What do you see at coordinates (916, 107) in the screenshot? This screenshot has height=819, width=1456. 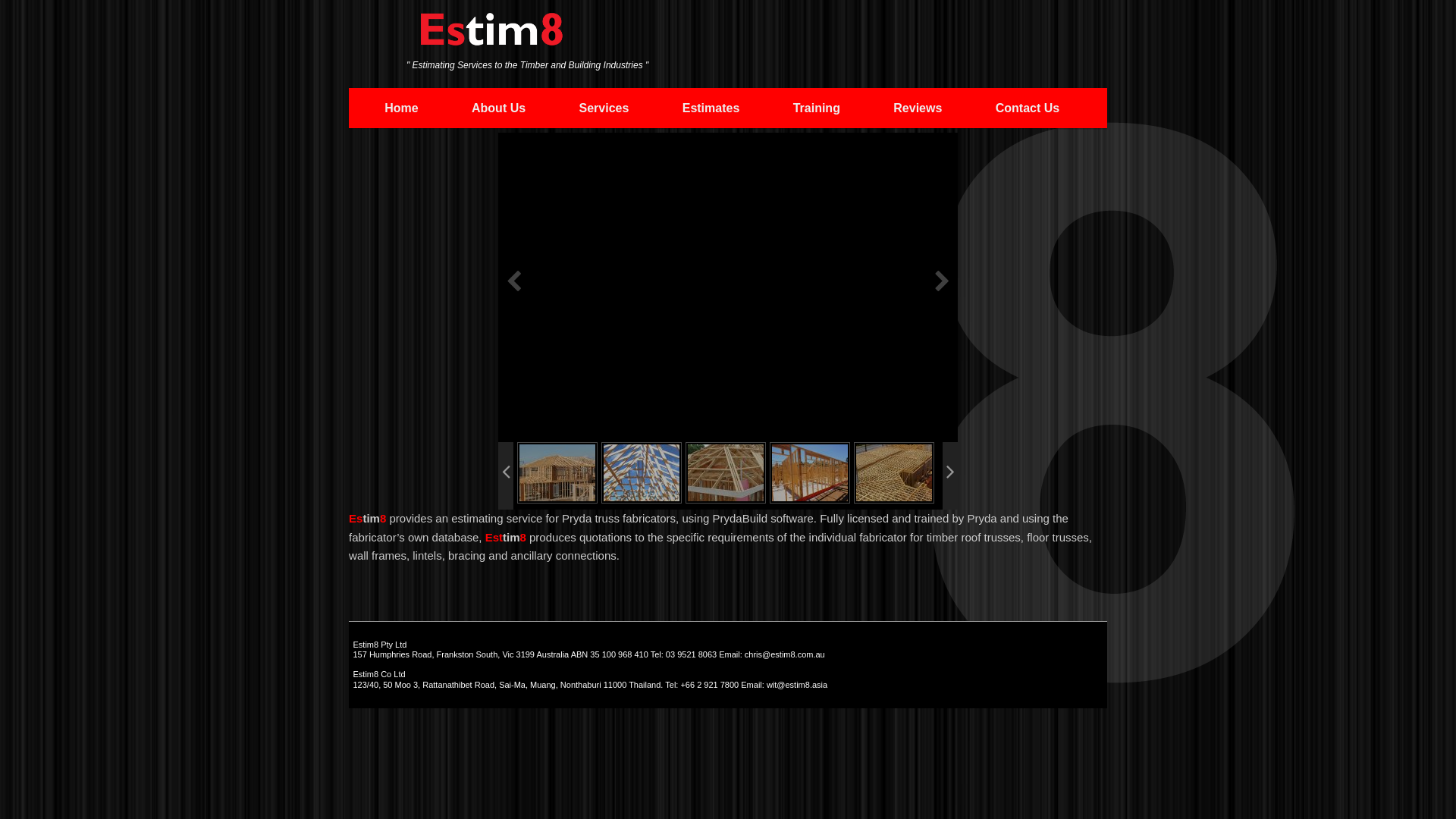 I see `'Reviews'` at bounding box center [916, 107].